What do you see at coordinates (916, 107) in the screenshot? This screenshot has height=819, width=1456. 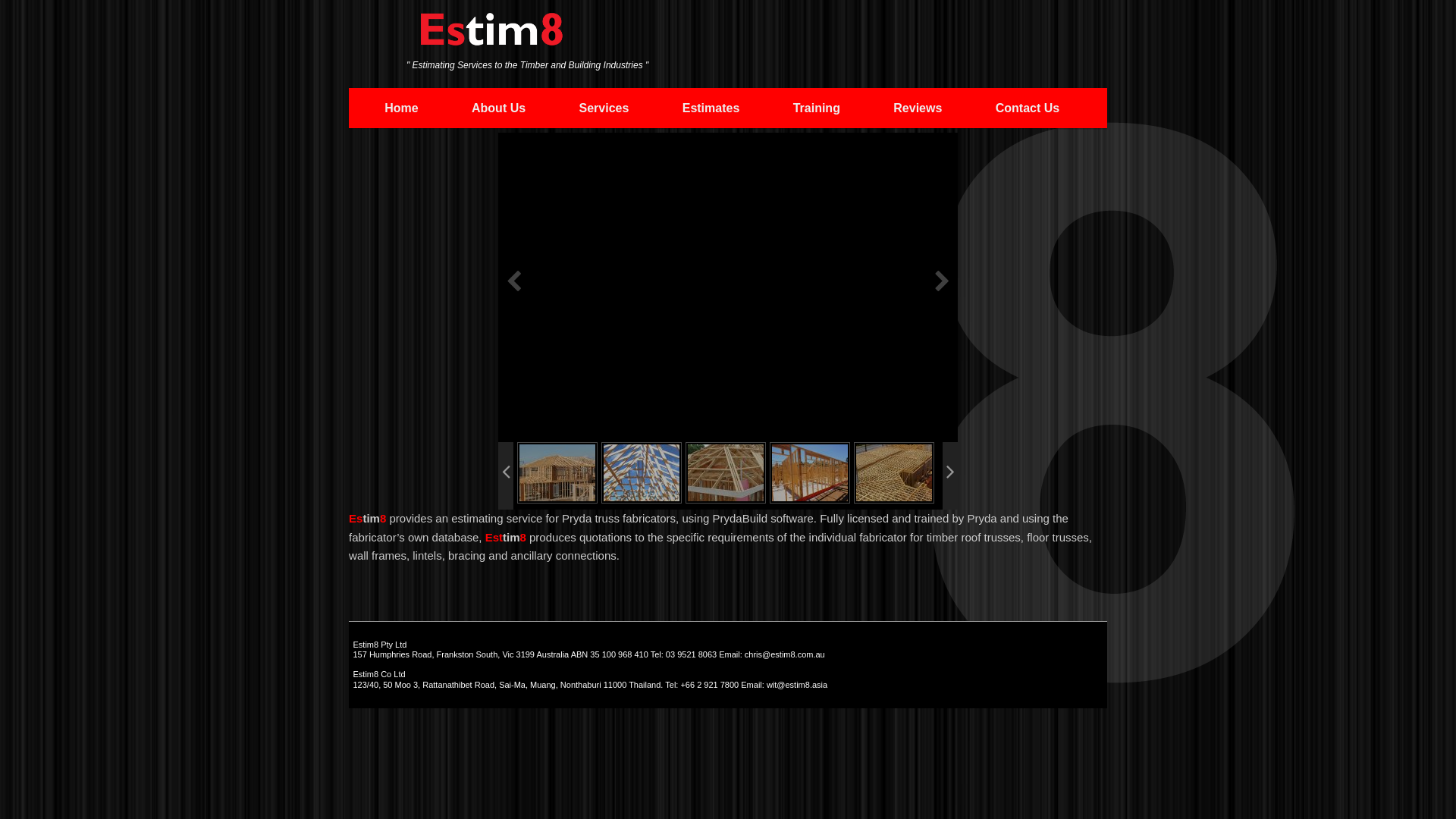 I see `'Reviews'` at bounding box center [916, 107].